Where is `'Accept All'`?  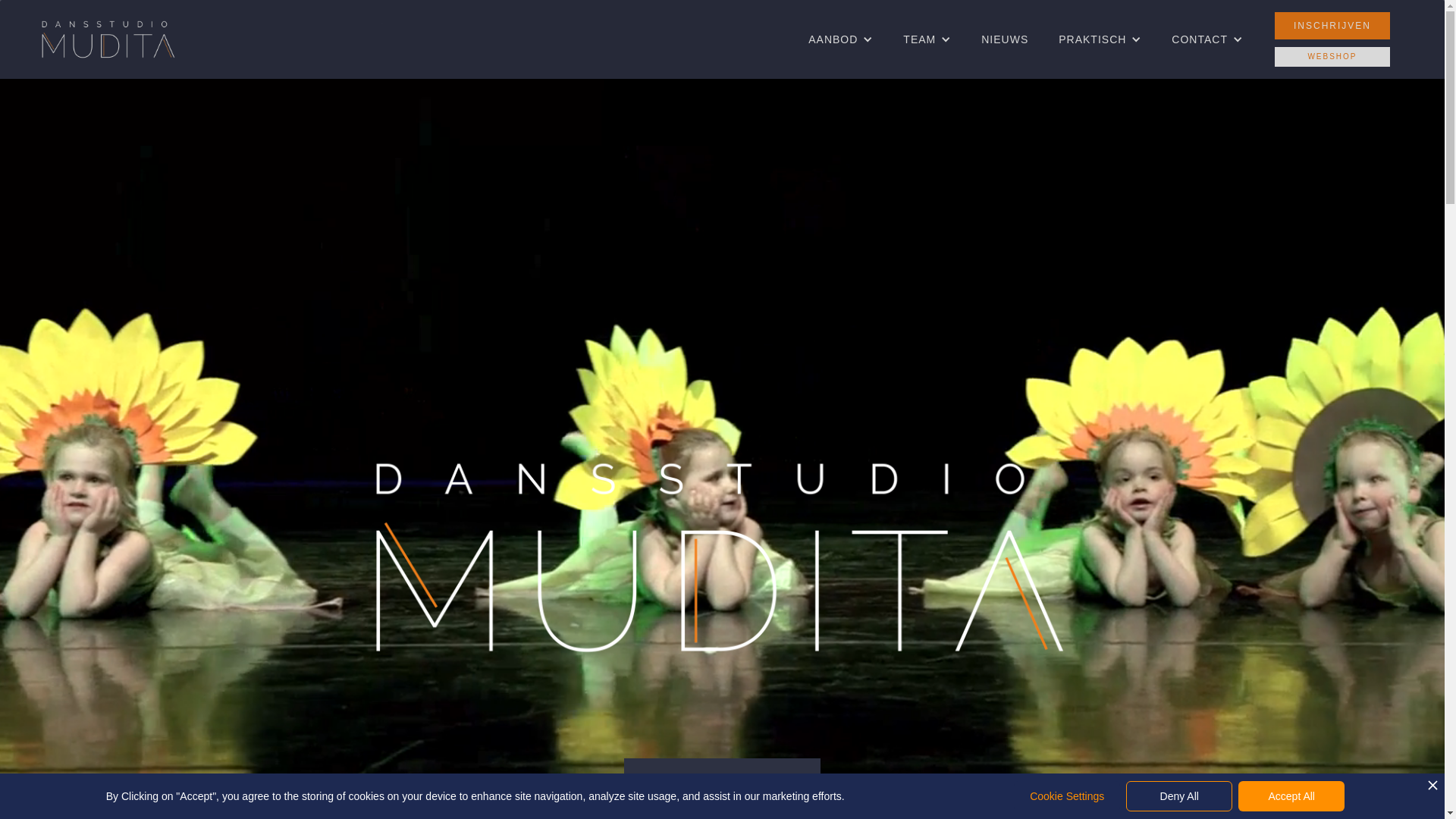 'Accept All' is located at coordinates (1291, 795).